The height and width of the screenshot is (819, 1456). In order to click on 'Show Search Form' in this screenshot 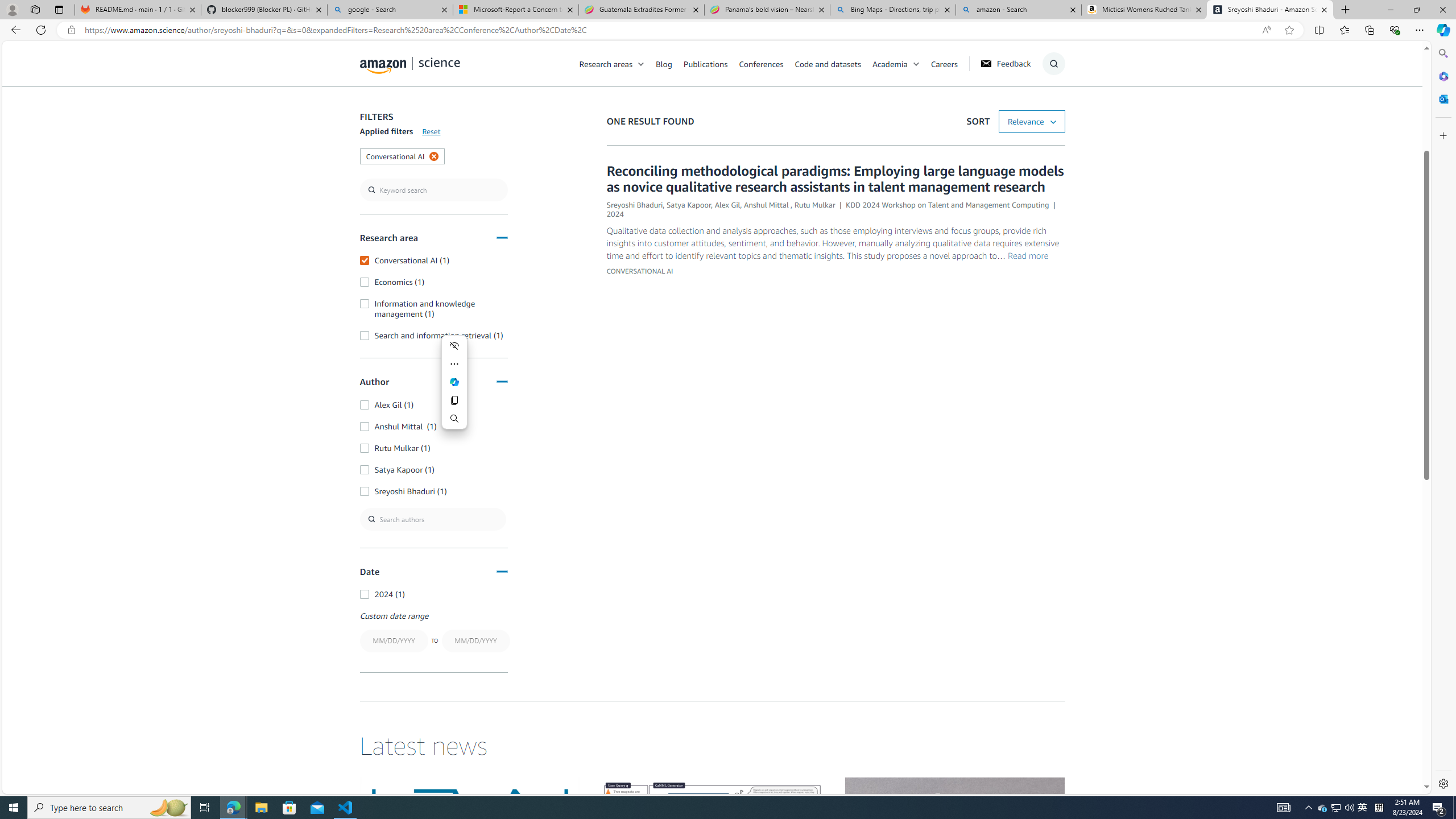, I will do `click(1053, 63)`.